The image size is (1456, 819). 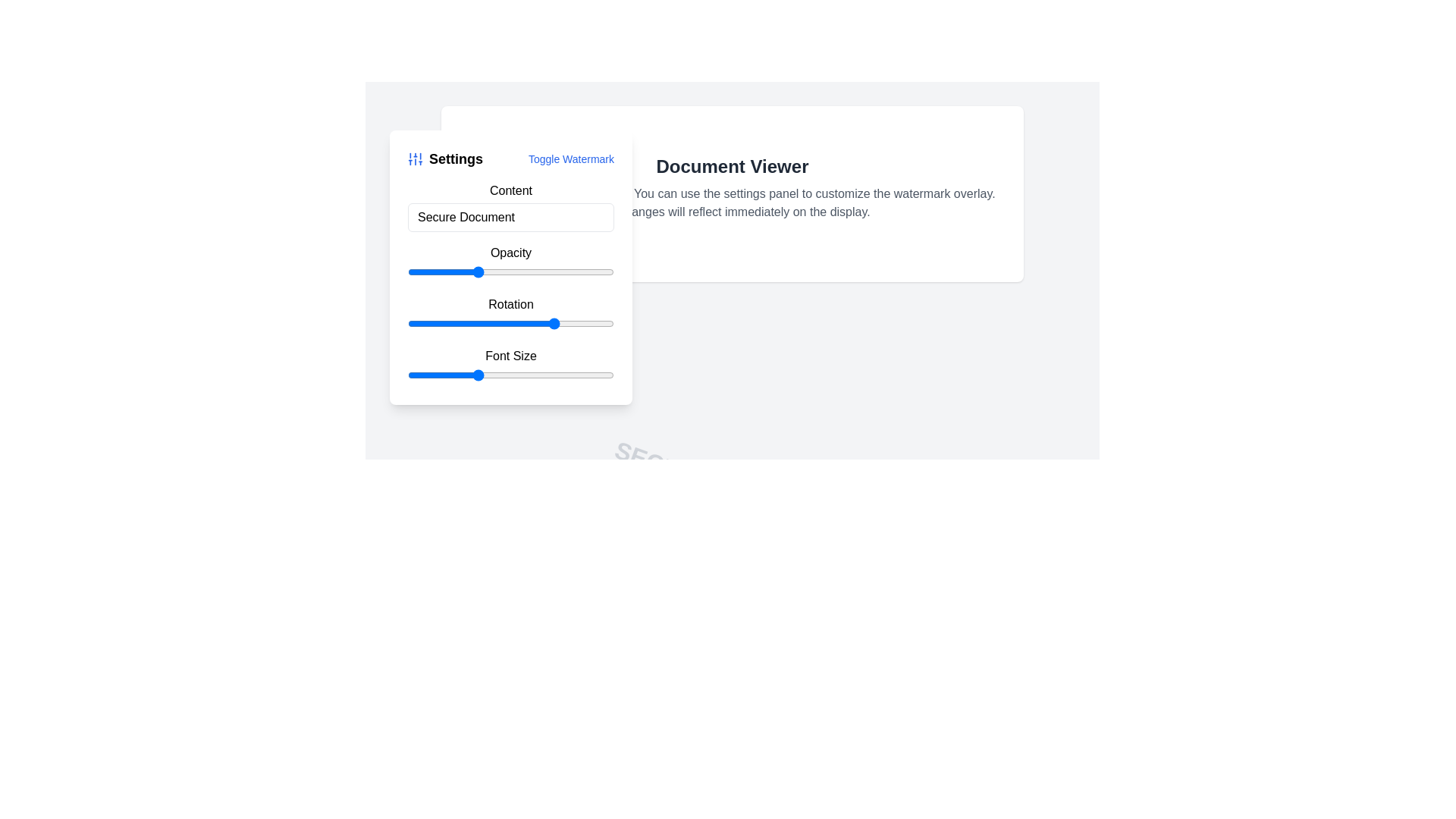 What do you see at coordinates (448, 323) in the screenshot?
I see `the rotation value` at bounding box center [448, 323].